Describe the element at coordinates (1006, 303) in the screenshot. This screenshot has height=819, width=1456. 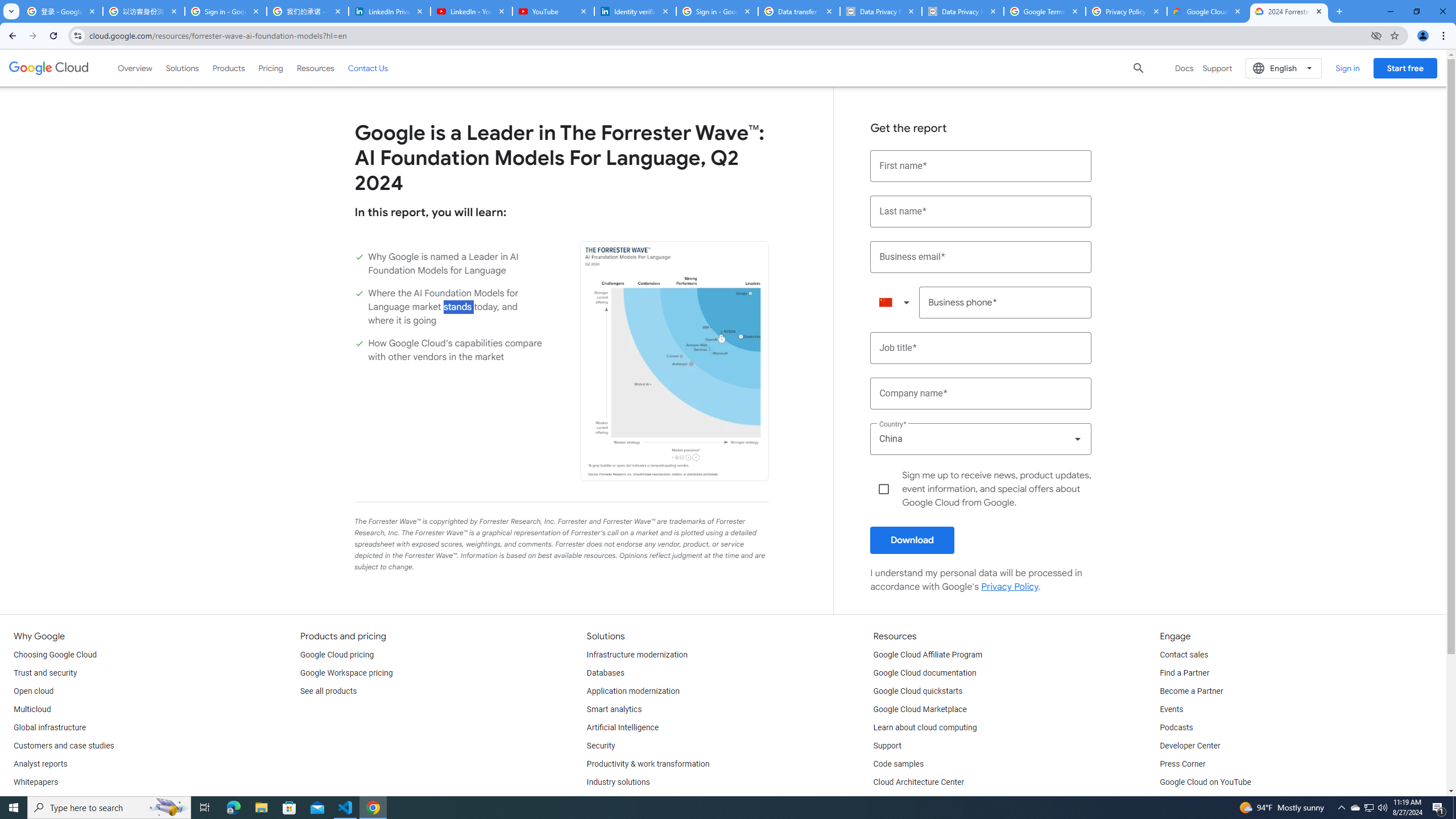
I see `'Business phone*'` at that location.